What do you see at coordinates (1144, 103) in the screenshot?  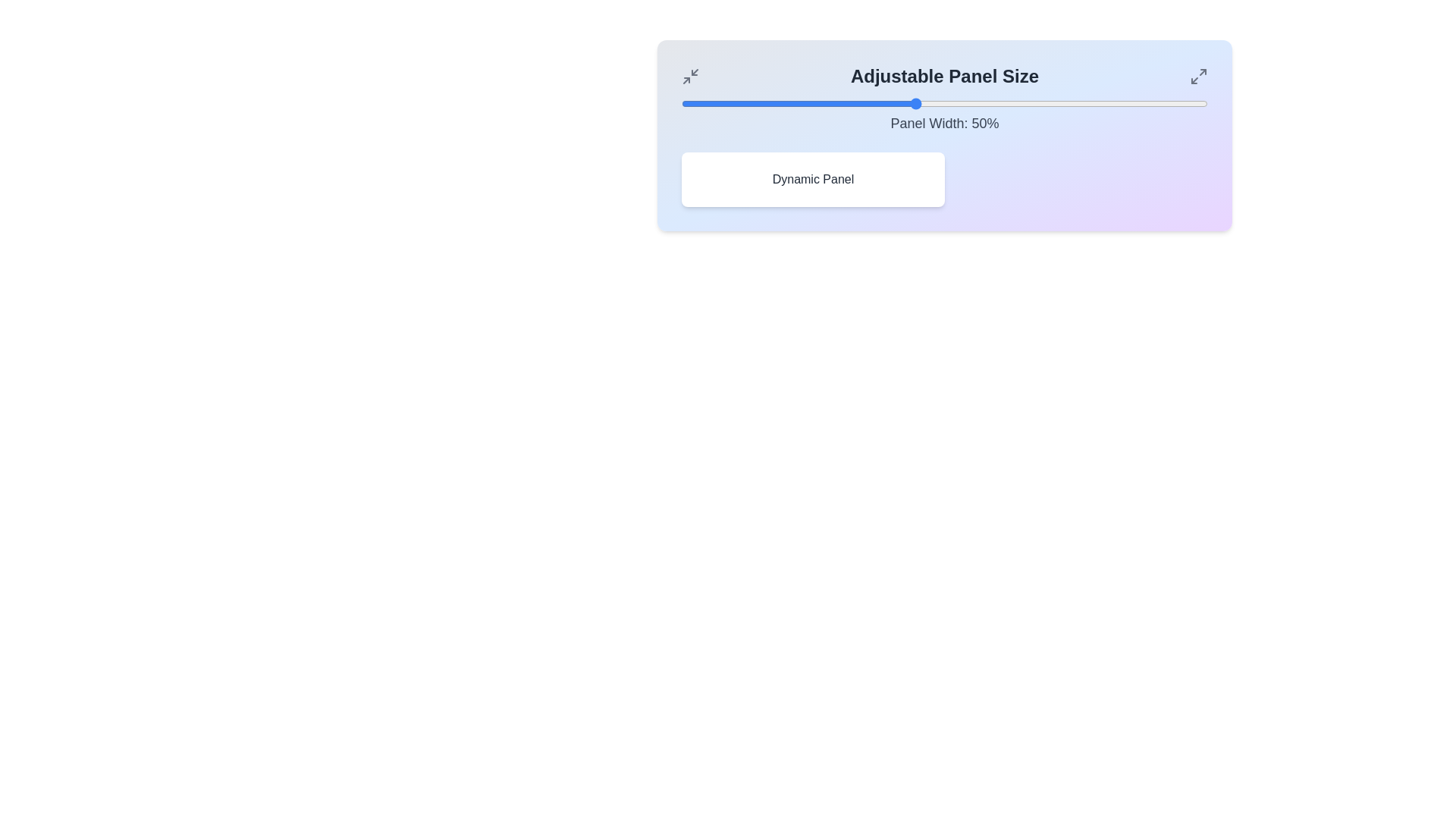 I see `the slider value` at bounding box center [1144, 103].